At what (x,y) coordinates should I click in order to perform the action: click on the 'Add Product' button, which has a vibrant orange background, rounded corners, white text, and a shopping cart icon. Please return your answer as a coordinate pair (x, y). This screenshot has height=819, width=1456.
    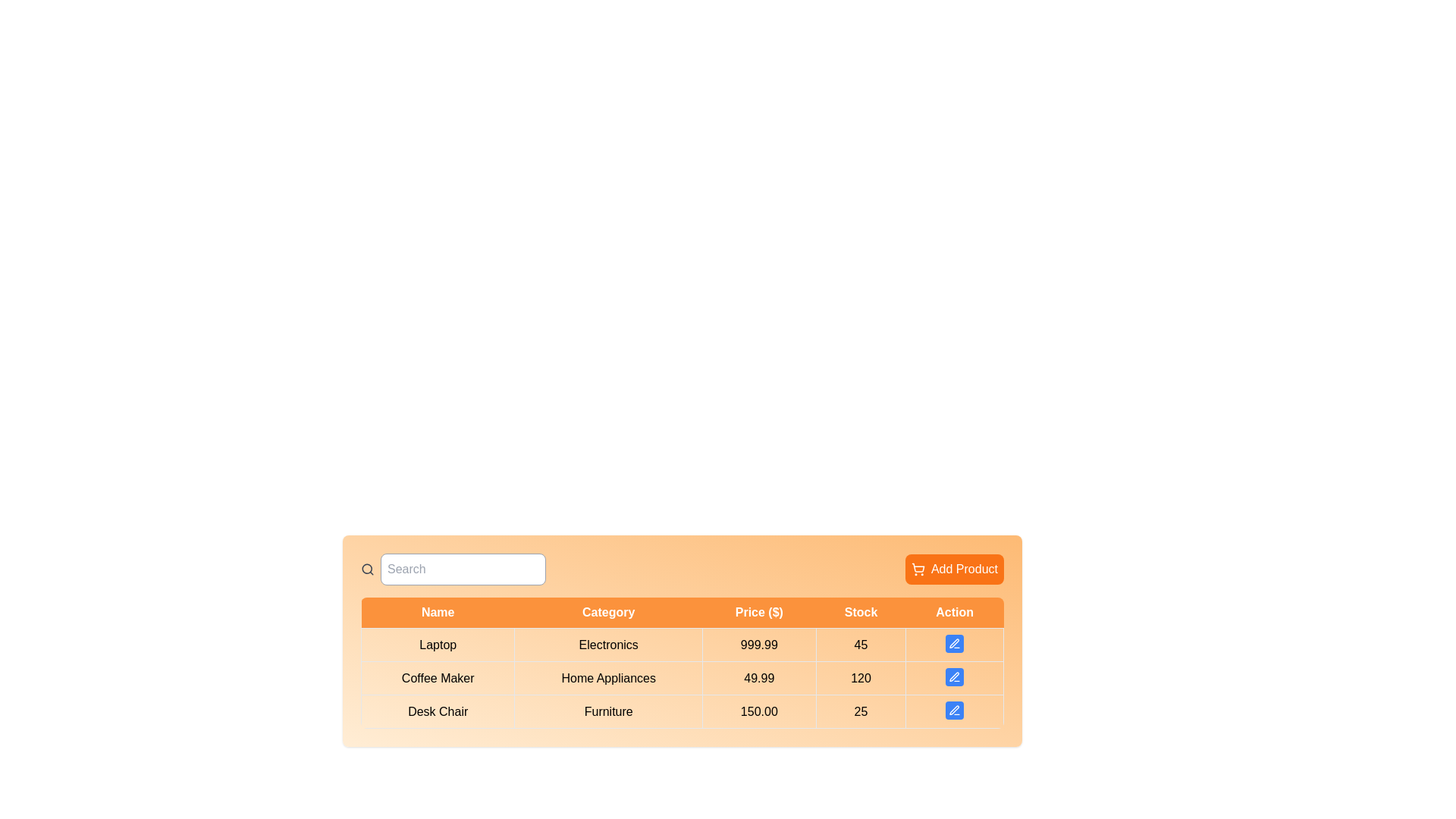
    Looking at the image, I should click on (953, 570).